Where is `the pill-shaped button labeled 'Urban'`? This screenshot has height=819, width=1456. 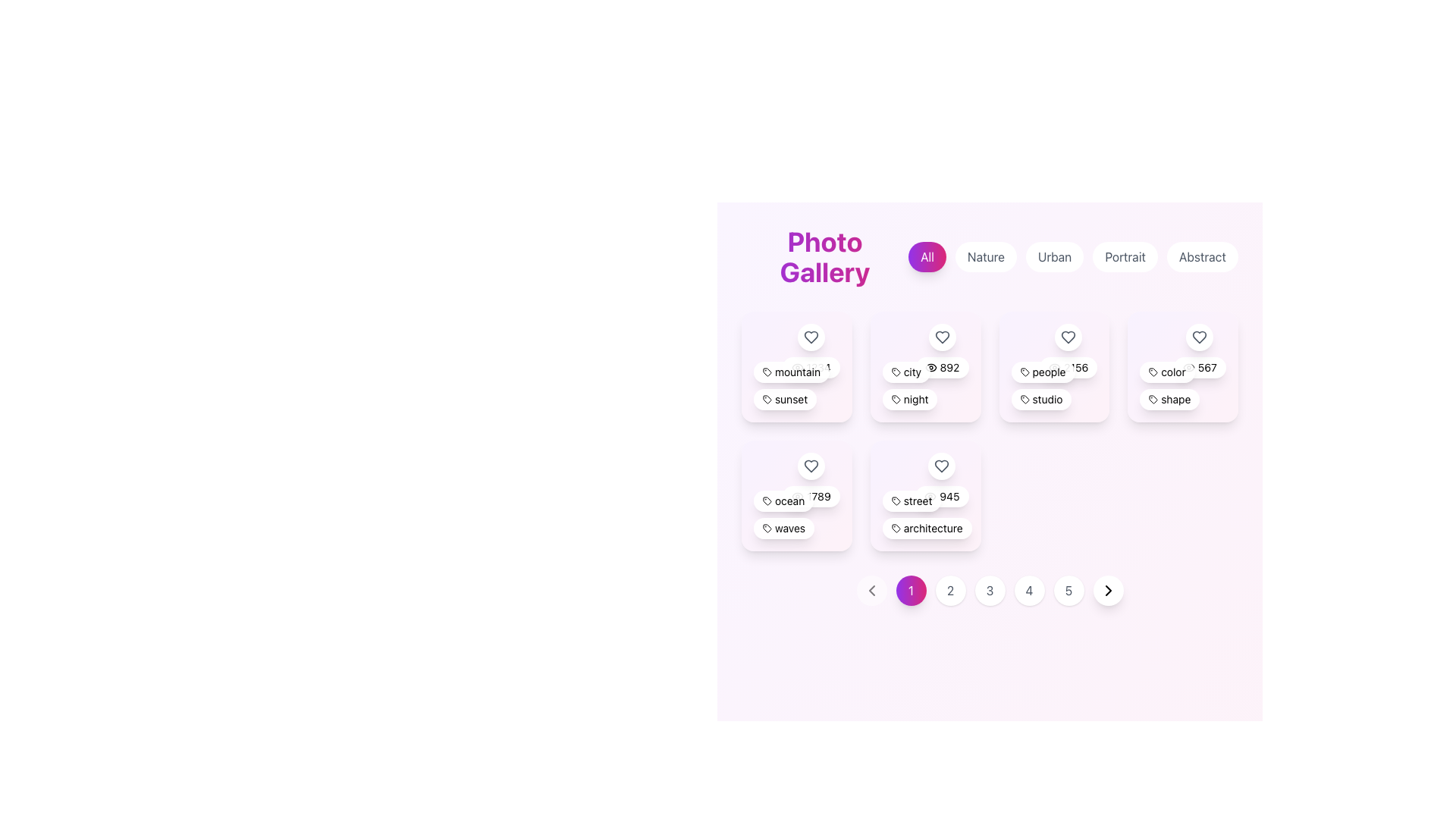
the pill-shaped button labeled 'Urban' is located at coordinates (1054, 256).